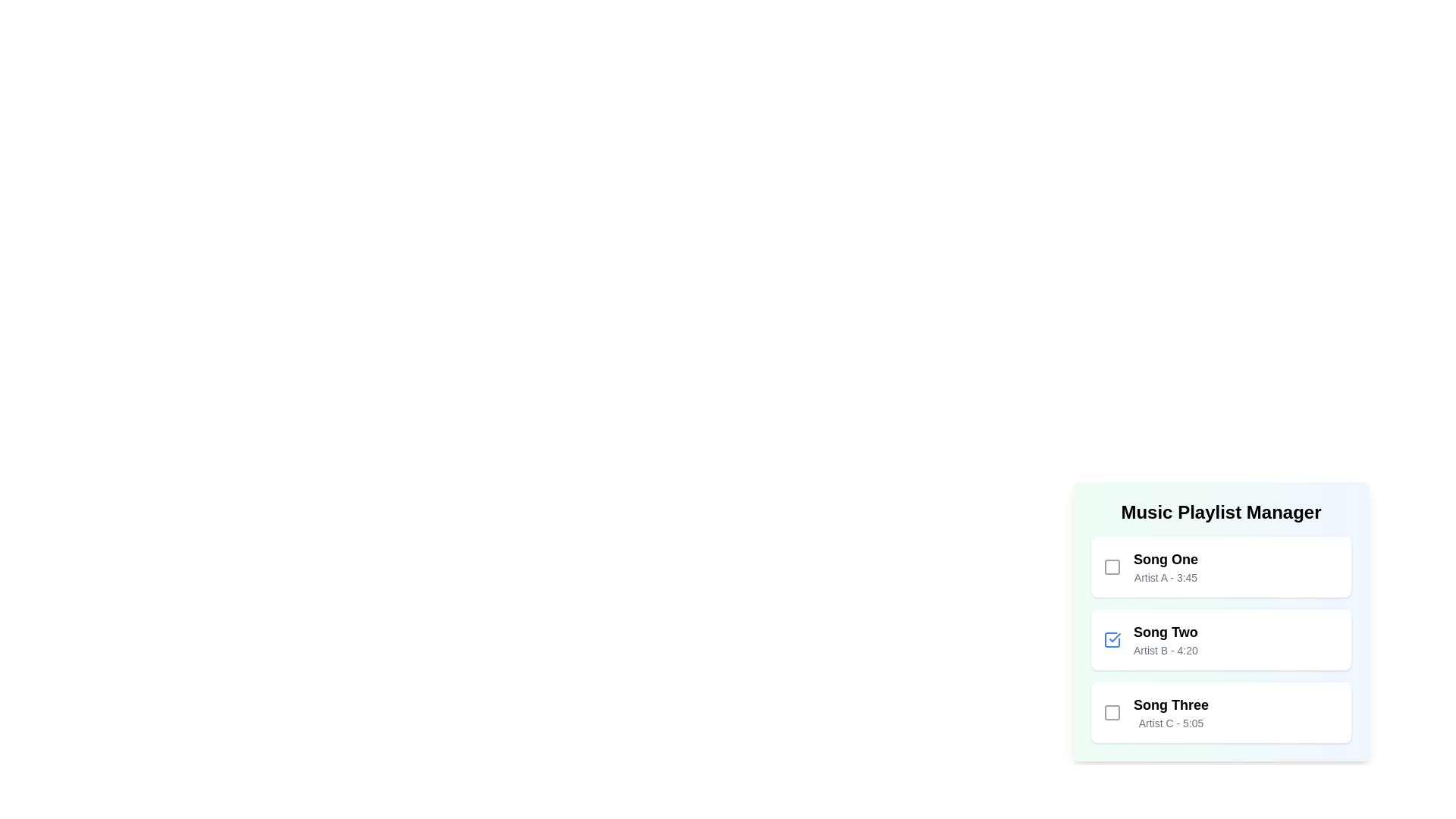 This screenshot has height=819, width=1456. What do you see at coordinates (1165, 578) in the screenshot?
I see `the text label displaying 'Artist A - 3:45', which is positioned directly beneath the song title 'Song One' in the Music Playlist Manager interface` at bounding box center [1165, 578].